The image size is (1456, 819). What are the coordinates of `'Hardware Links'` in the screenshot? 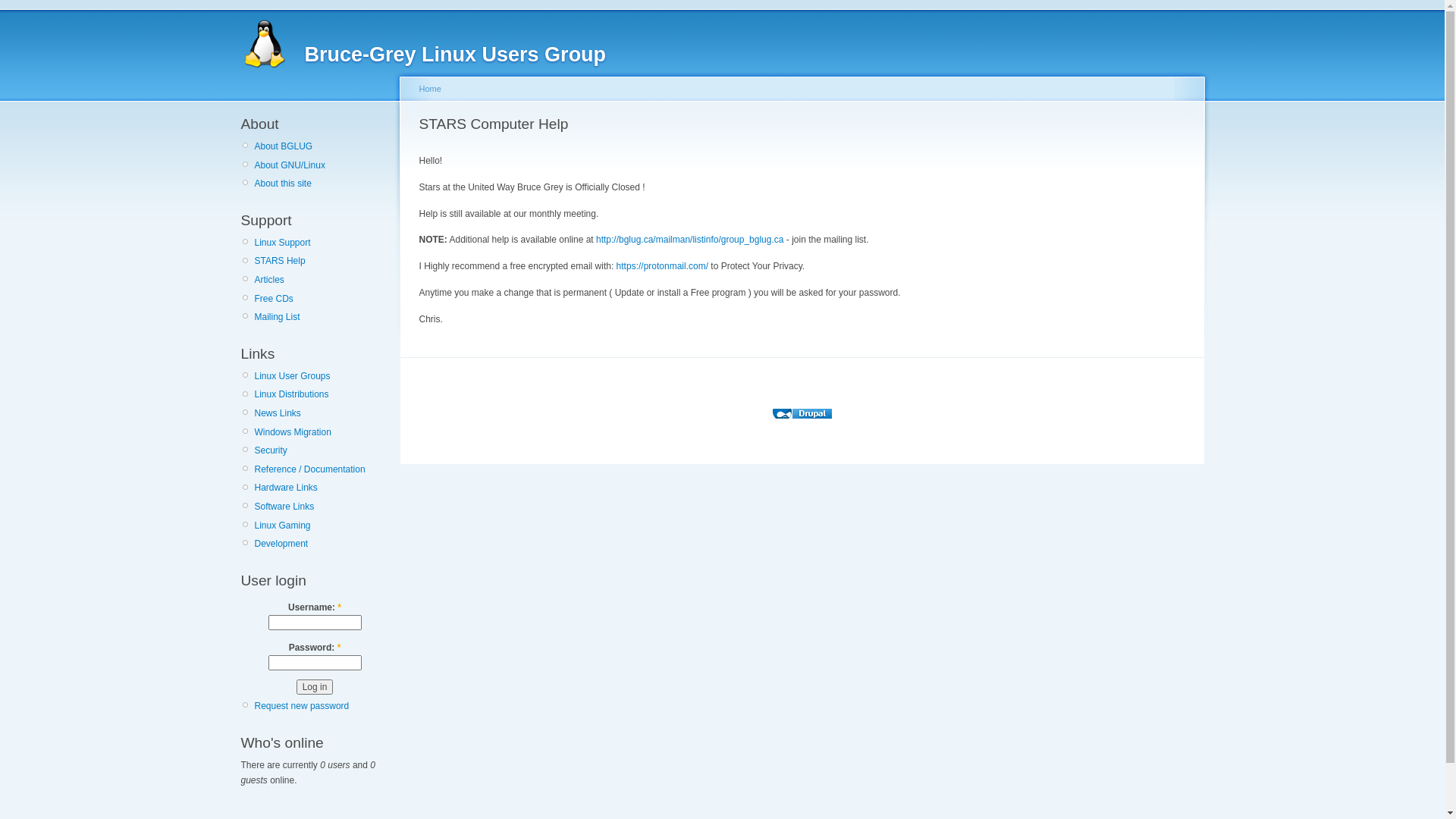 It's located at (321, 488).